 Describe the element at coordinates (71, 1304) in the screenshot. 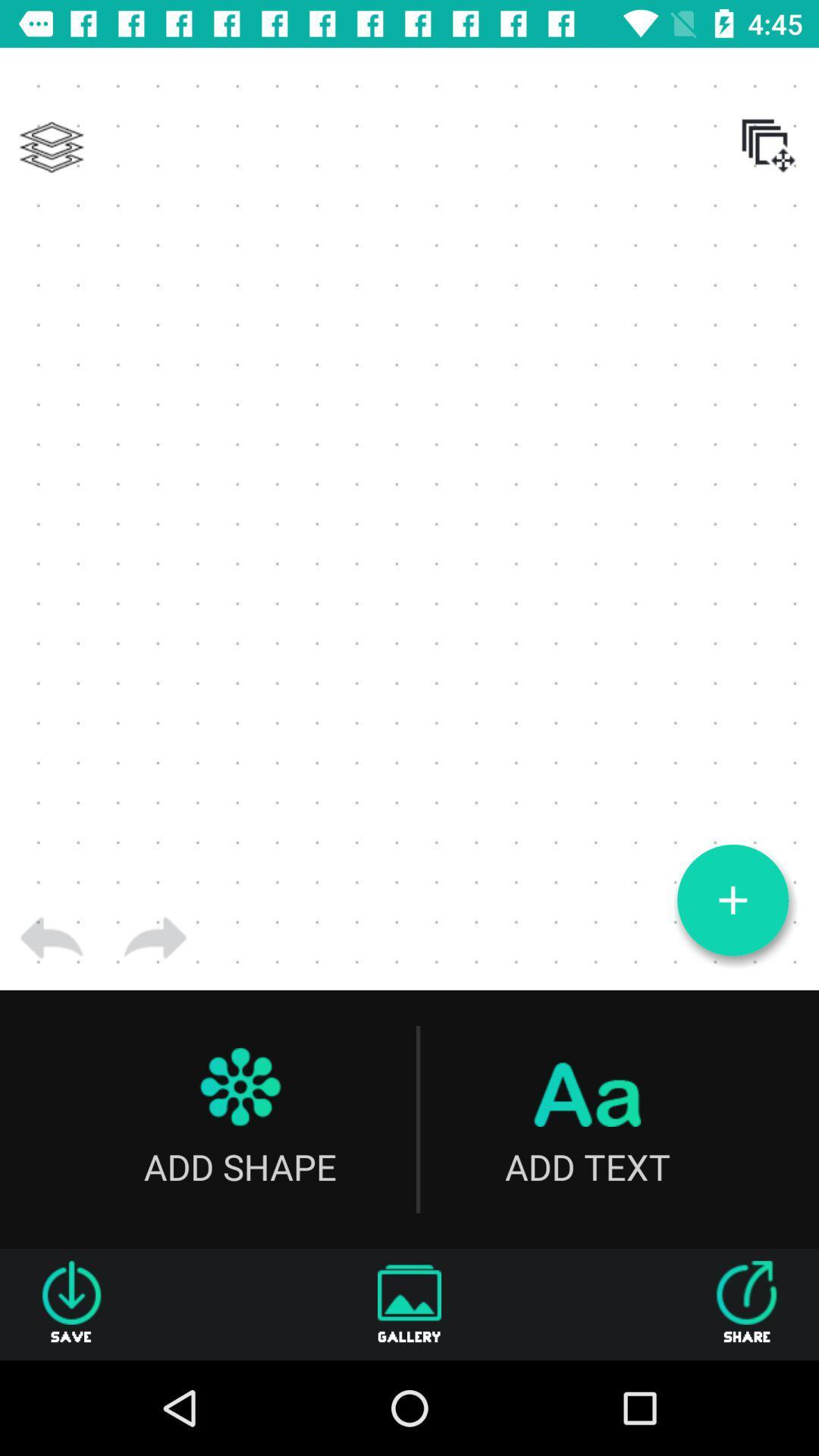

I see `save item` at that location.